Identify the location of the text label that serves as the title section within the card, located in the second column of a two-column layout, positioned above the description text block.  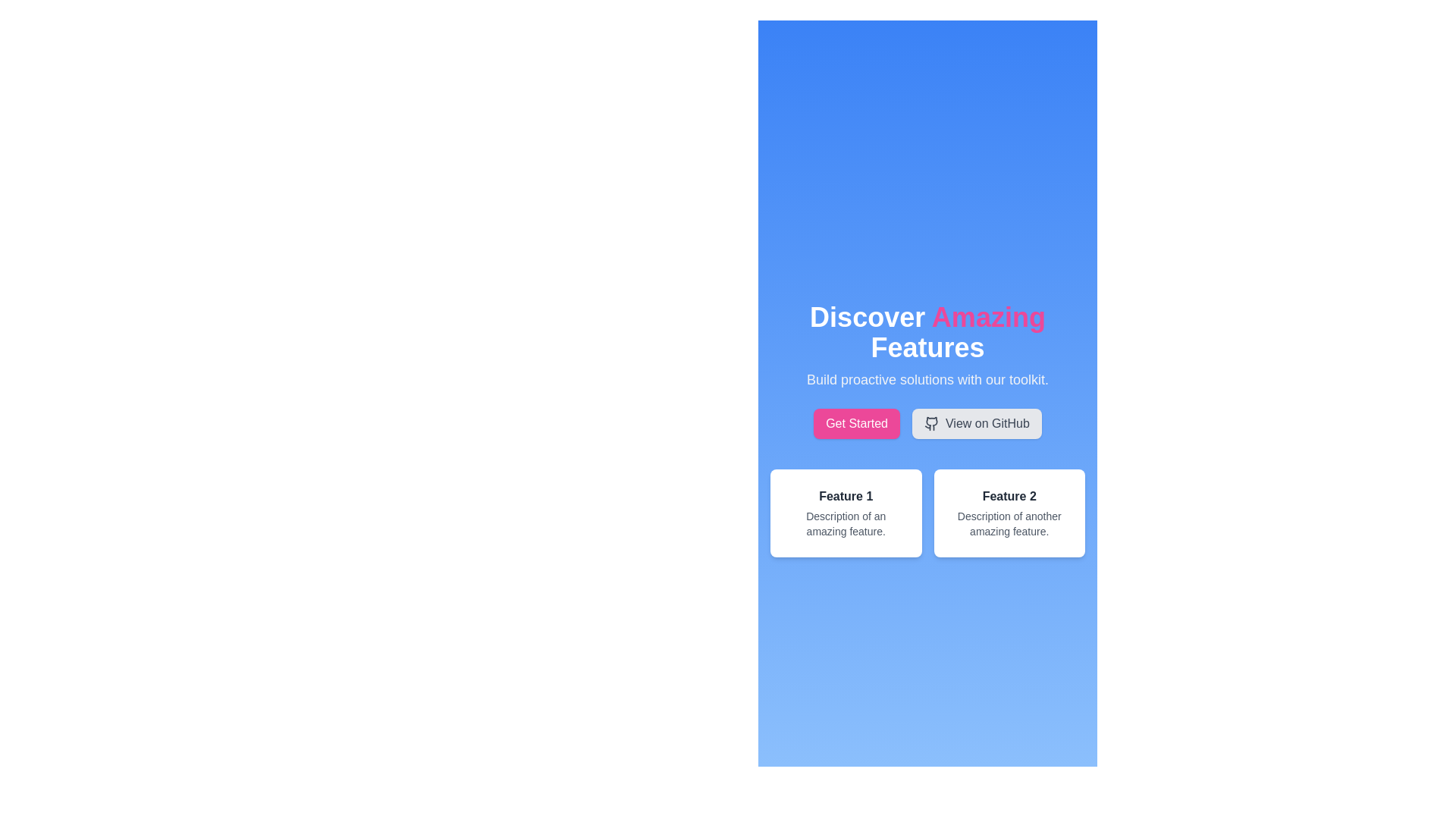
(1009, 497).